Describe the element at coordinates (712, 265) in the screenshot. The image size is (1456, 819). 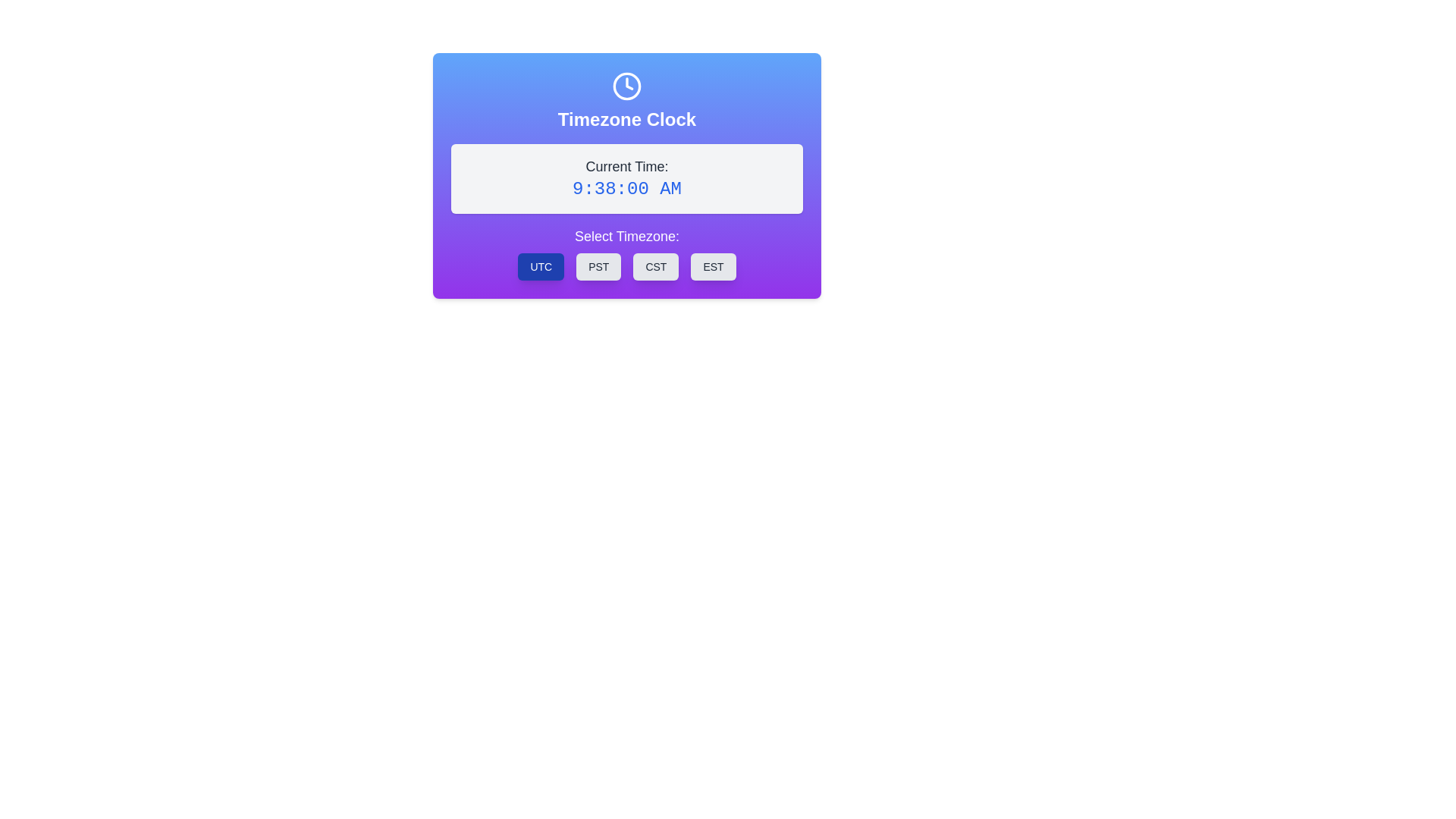
I see `the fourth button from the left, which selects the Eastern Standard Time (EST) timezone, to adjust the application's timezone settings accordingly` at that location.